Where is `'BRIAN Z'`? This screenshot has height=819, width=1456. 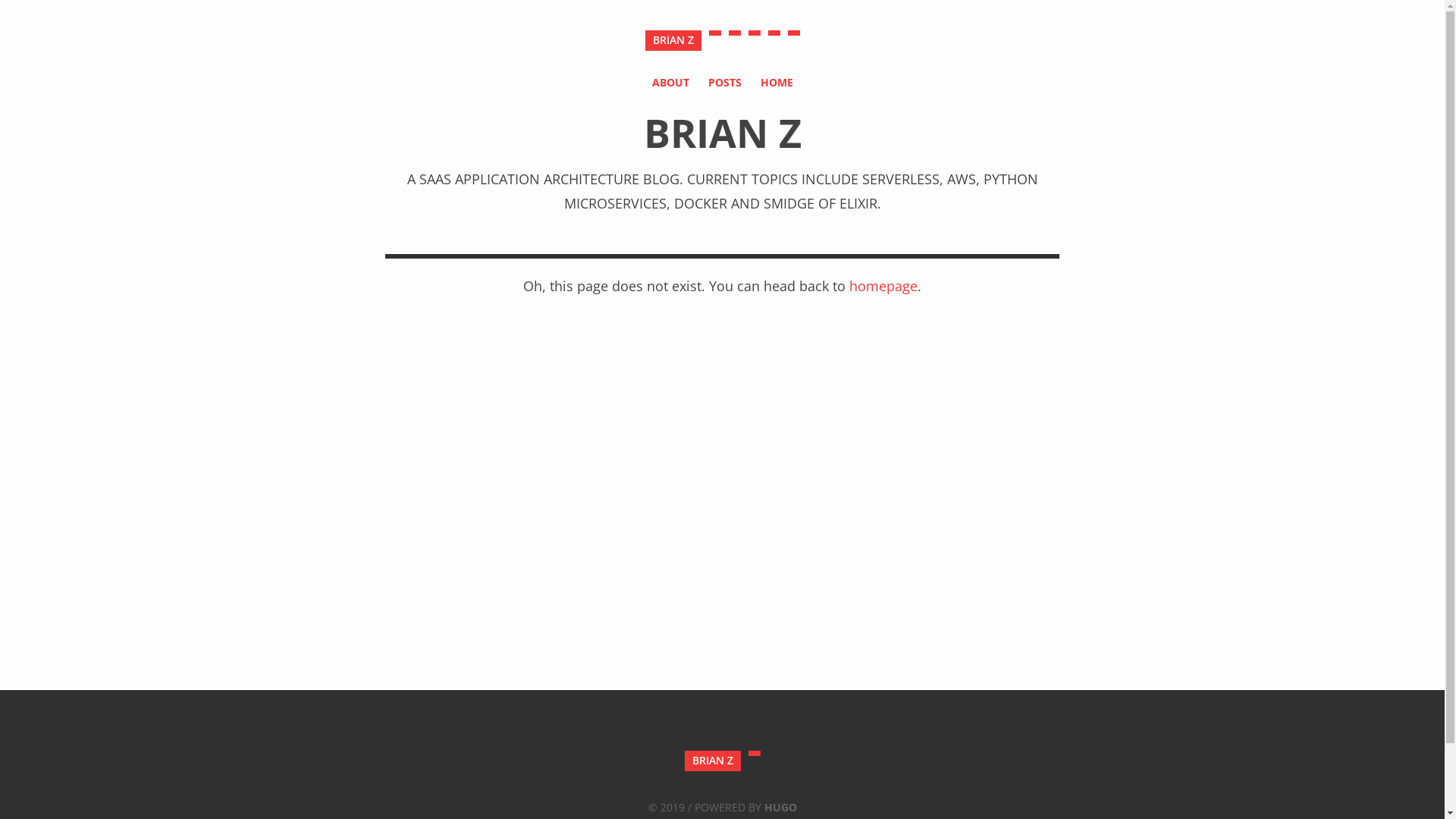
'BRIAN Z' is located at coordinates (711, 761).